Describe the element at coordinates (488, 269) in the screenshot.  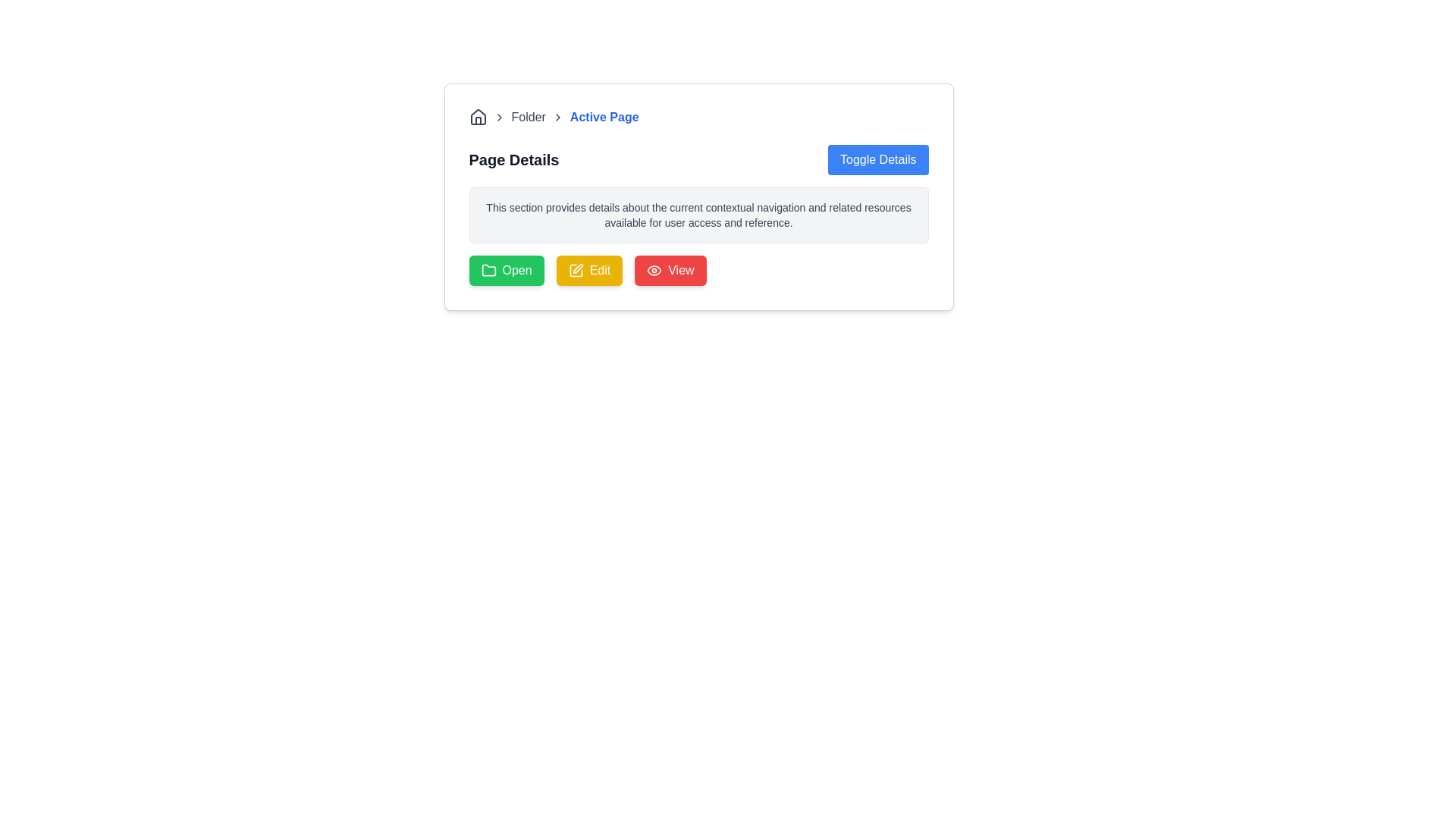
I see `the folder icon located on the left side of the green button labeled 'Open', positioned just before the text on the button` at that location.